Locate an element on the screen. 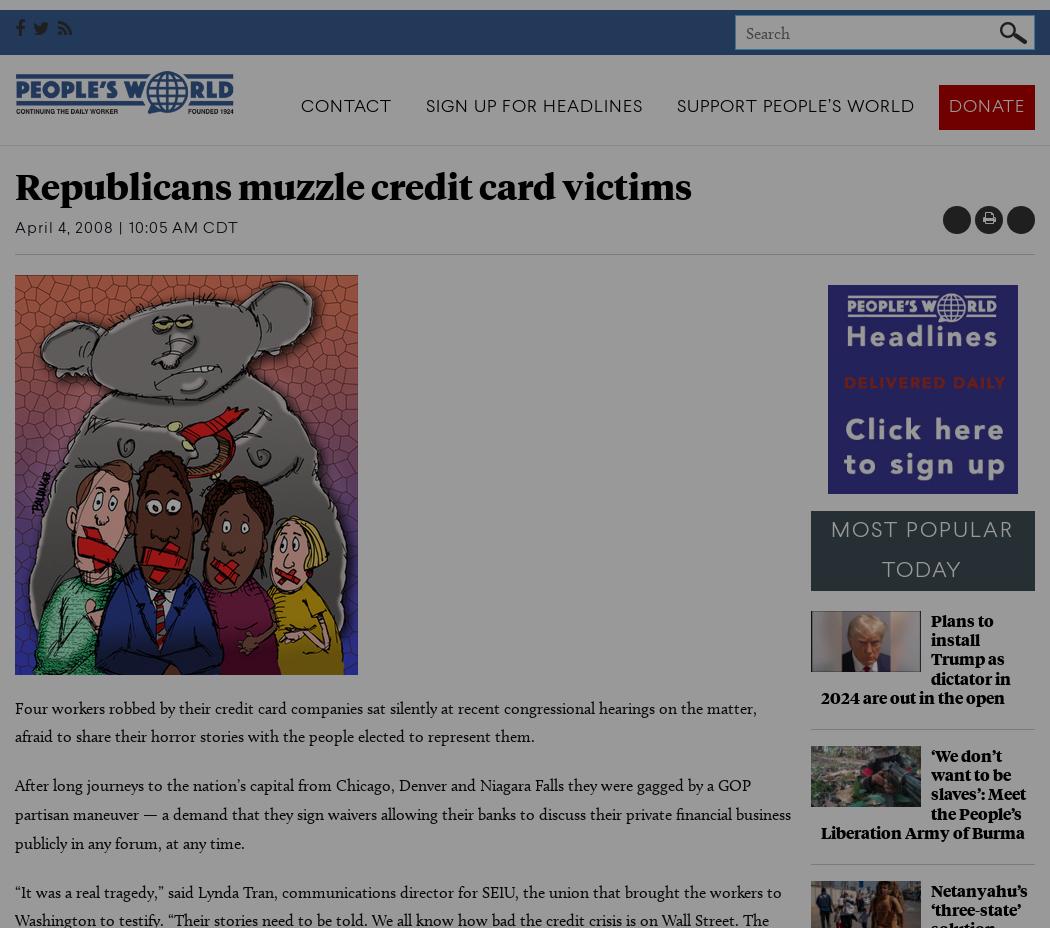 This screenshot has height=928, width=1050. 'April 4, 2008' is located at coordinates (63, 228).